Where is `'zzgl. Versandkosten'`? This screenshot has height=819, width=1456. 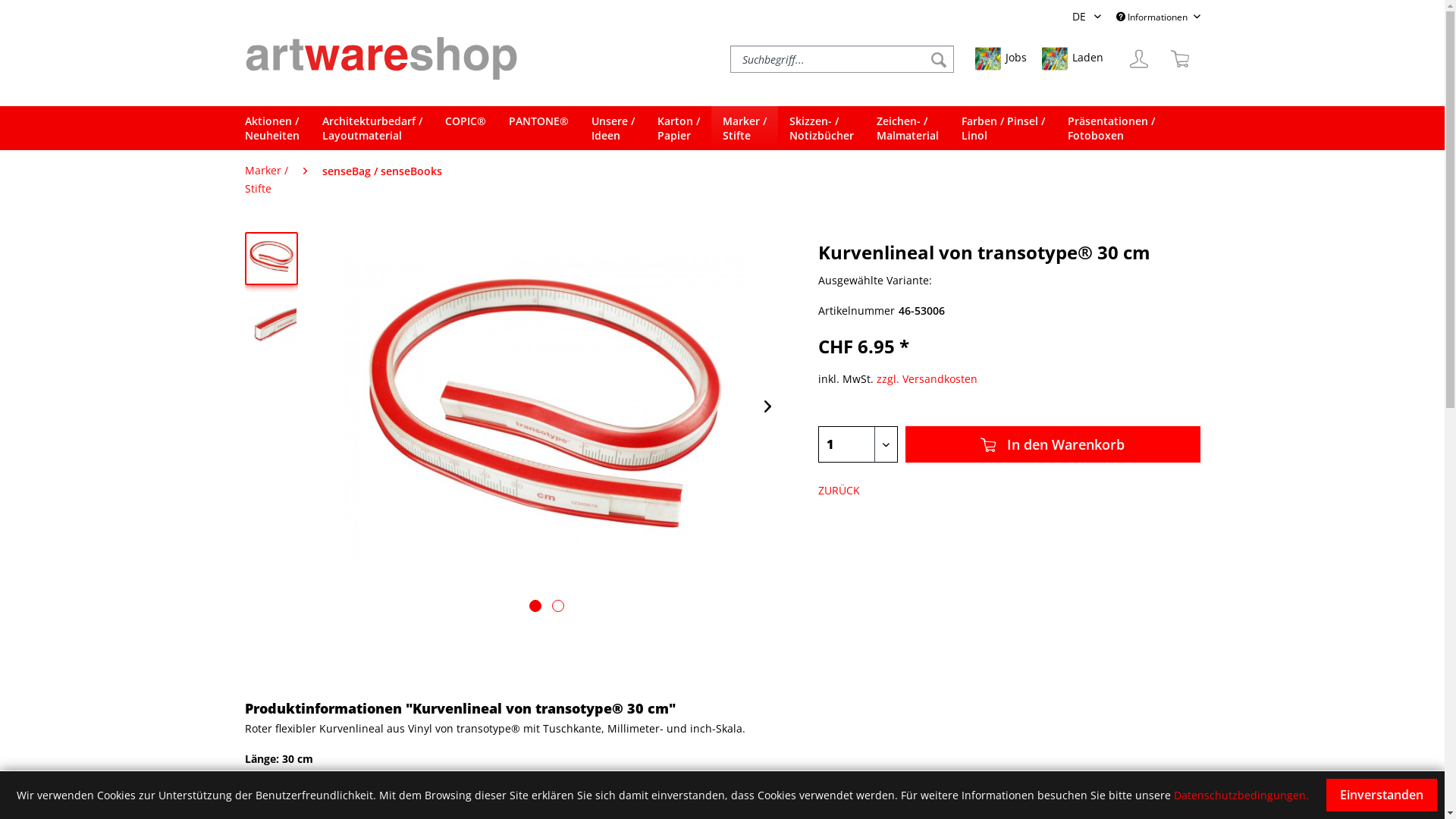
'zzgl. Versandkosten' is located at coordinates (926, 378).